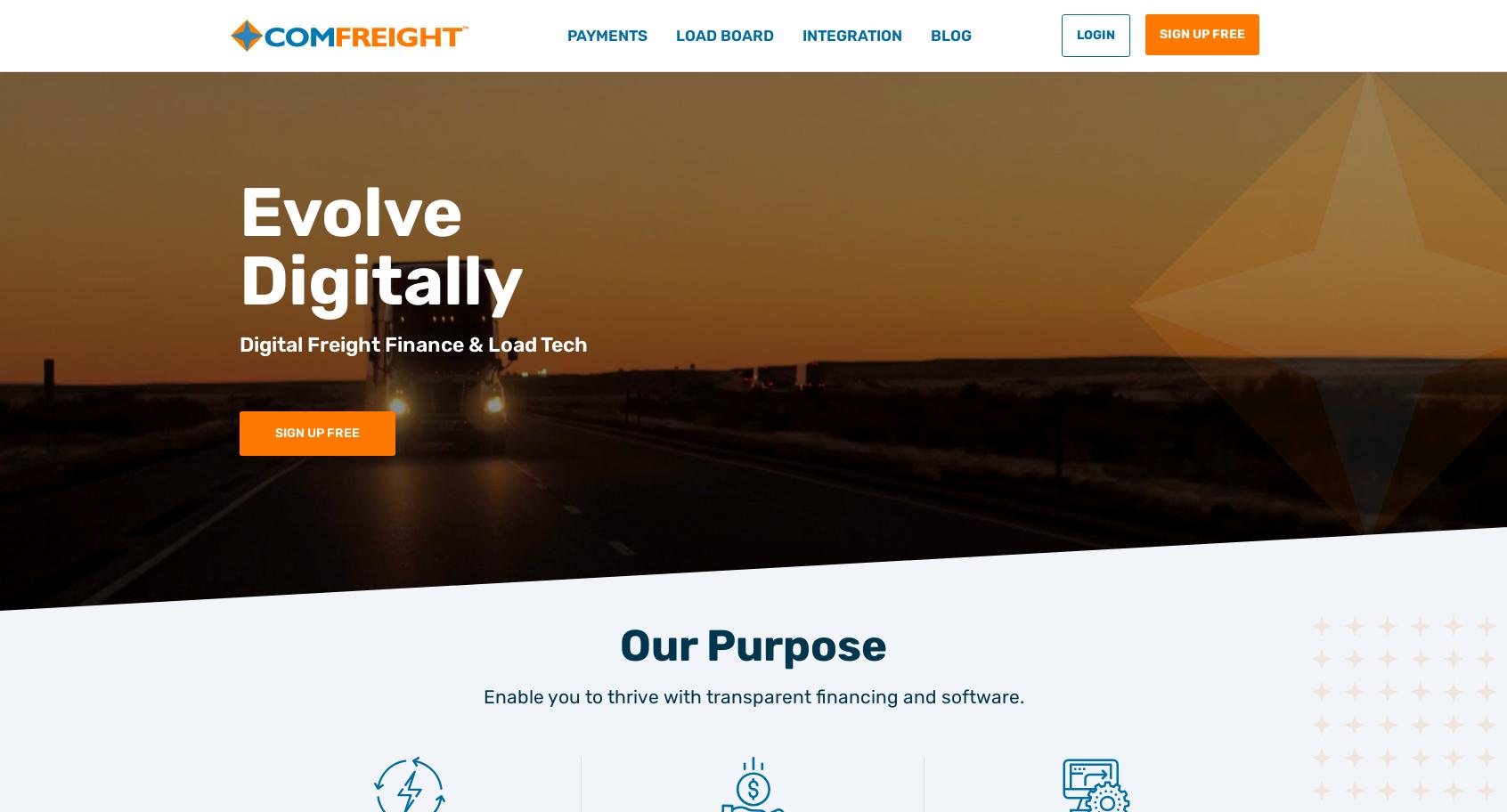 Image resolution: width=1507 pixels, height=812 pixels. Describe the element at coordinates (607, 35) in the screenshot. I see `'Payments'` at that location.